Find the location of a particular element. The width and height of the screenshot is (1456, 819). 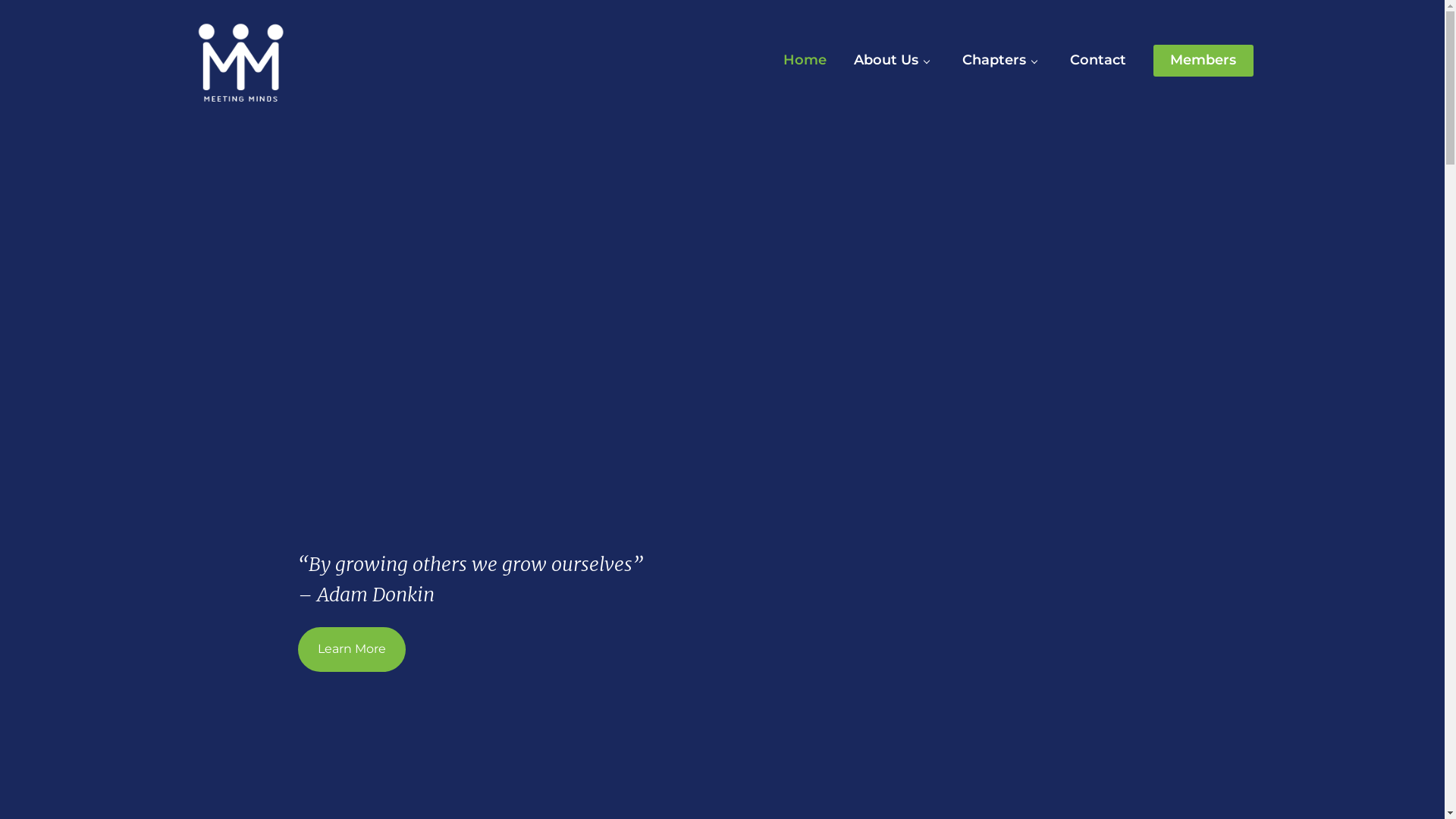

'Learn More' is located at coordinates (350, 648).